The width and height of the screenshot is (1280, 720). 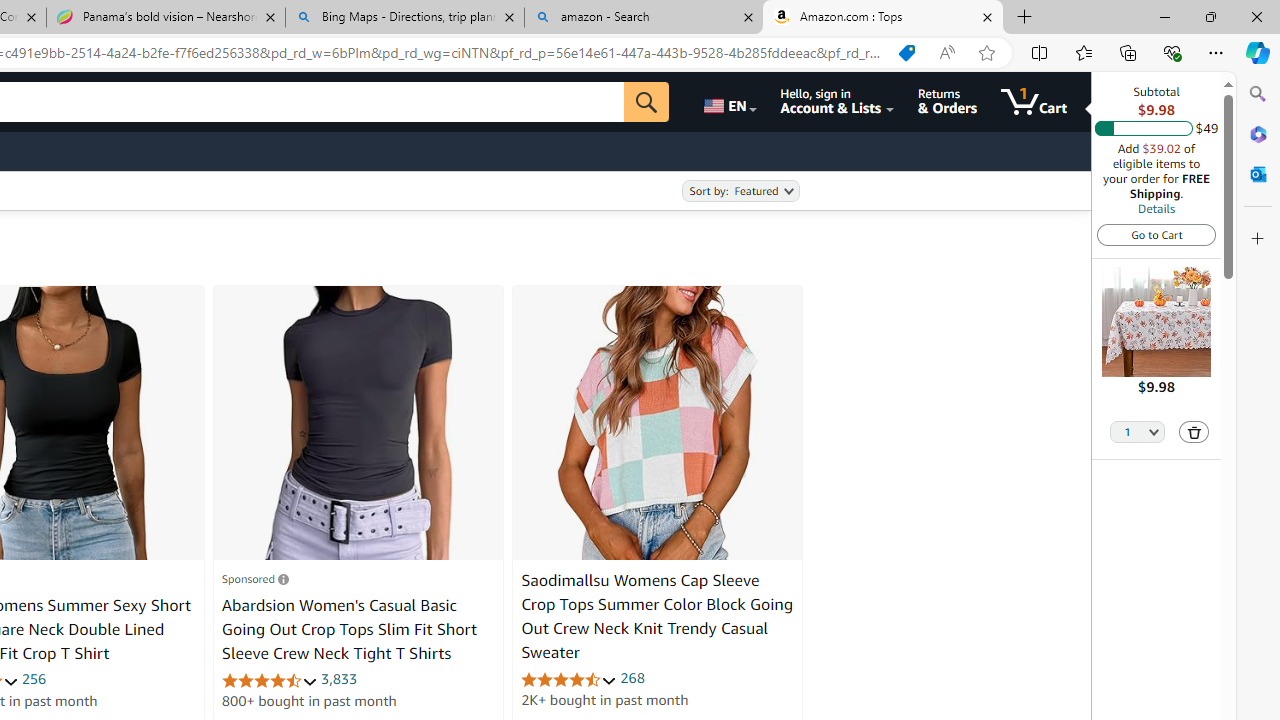 What do you see at coordinates (1137, 429) in the screenshot?
I see `'Quantity Selector'` at bounding box center [1137, 429].